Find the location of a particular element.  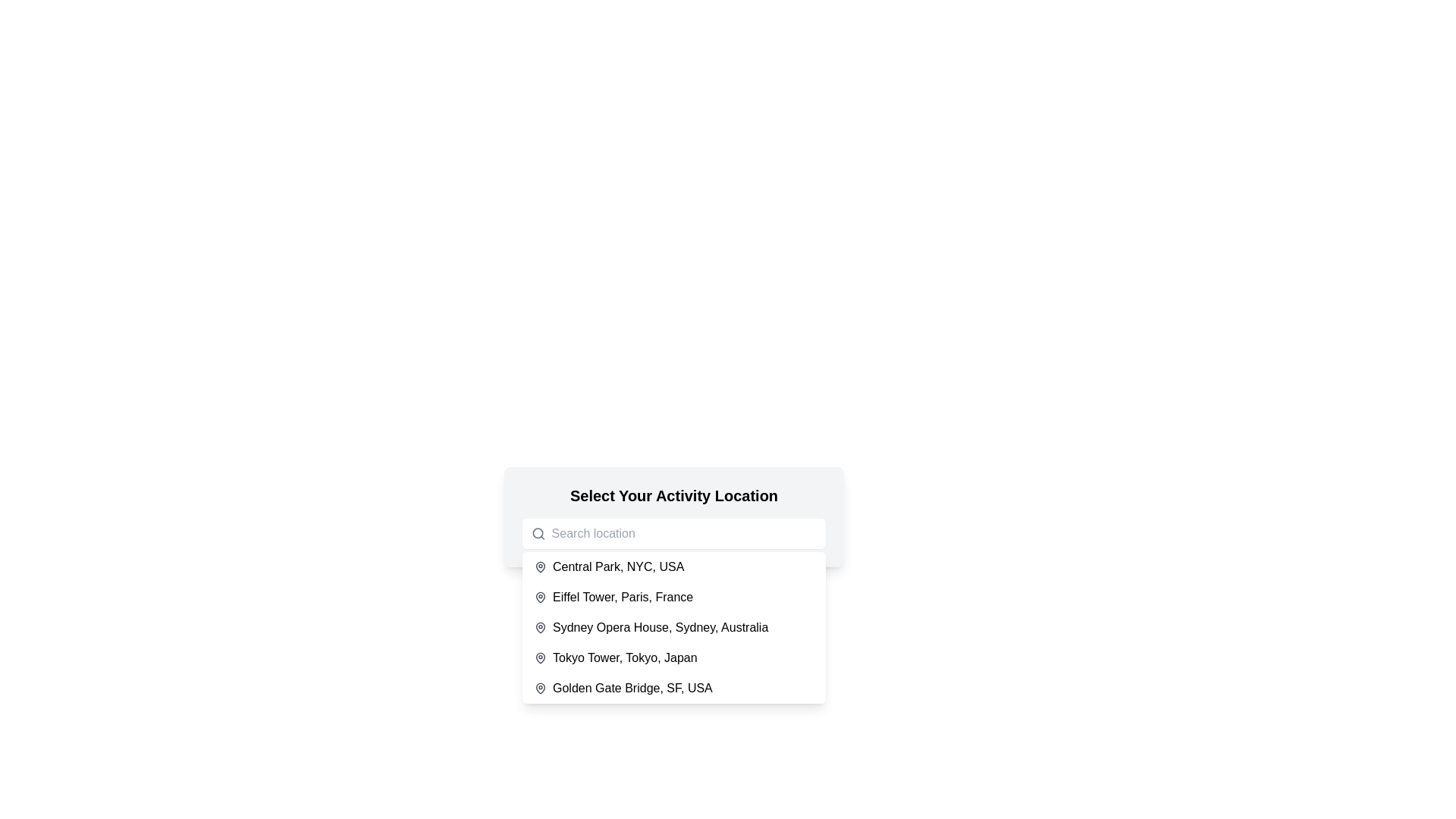

the icon marking the location option for 'Sydney Opera House, Sydney, Australia' in the menu list of geographical options is located at coordinates (541, 628).